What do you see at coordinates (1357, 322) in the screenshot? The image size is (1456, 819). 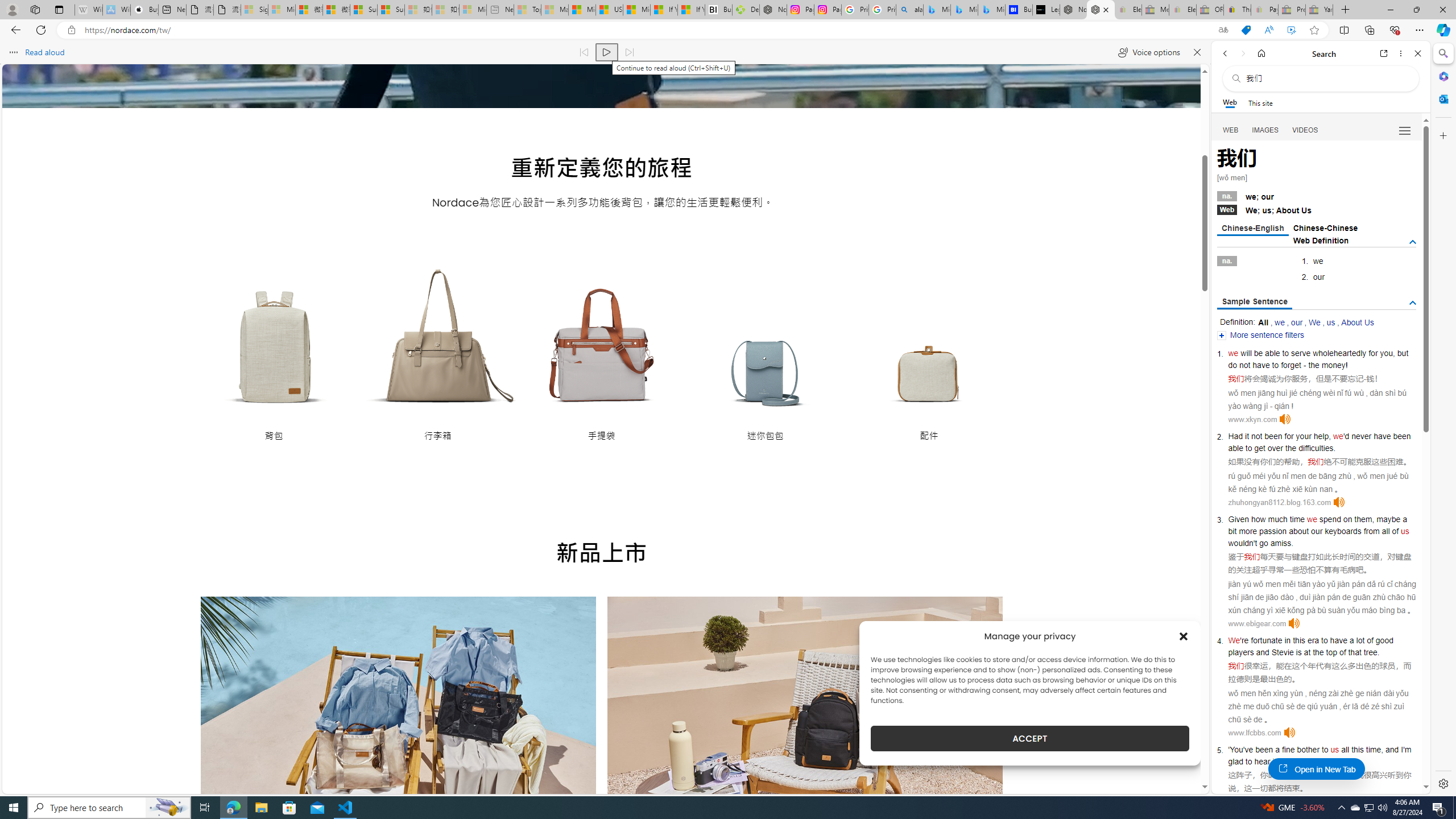 I see `'About Us'` at bounding box center [1357, 322].